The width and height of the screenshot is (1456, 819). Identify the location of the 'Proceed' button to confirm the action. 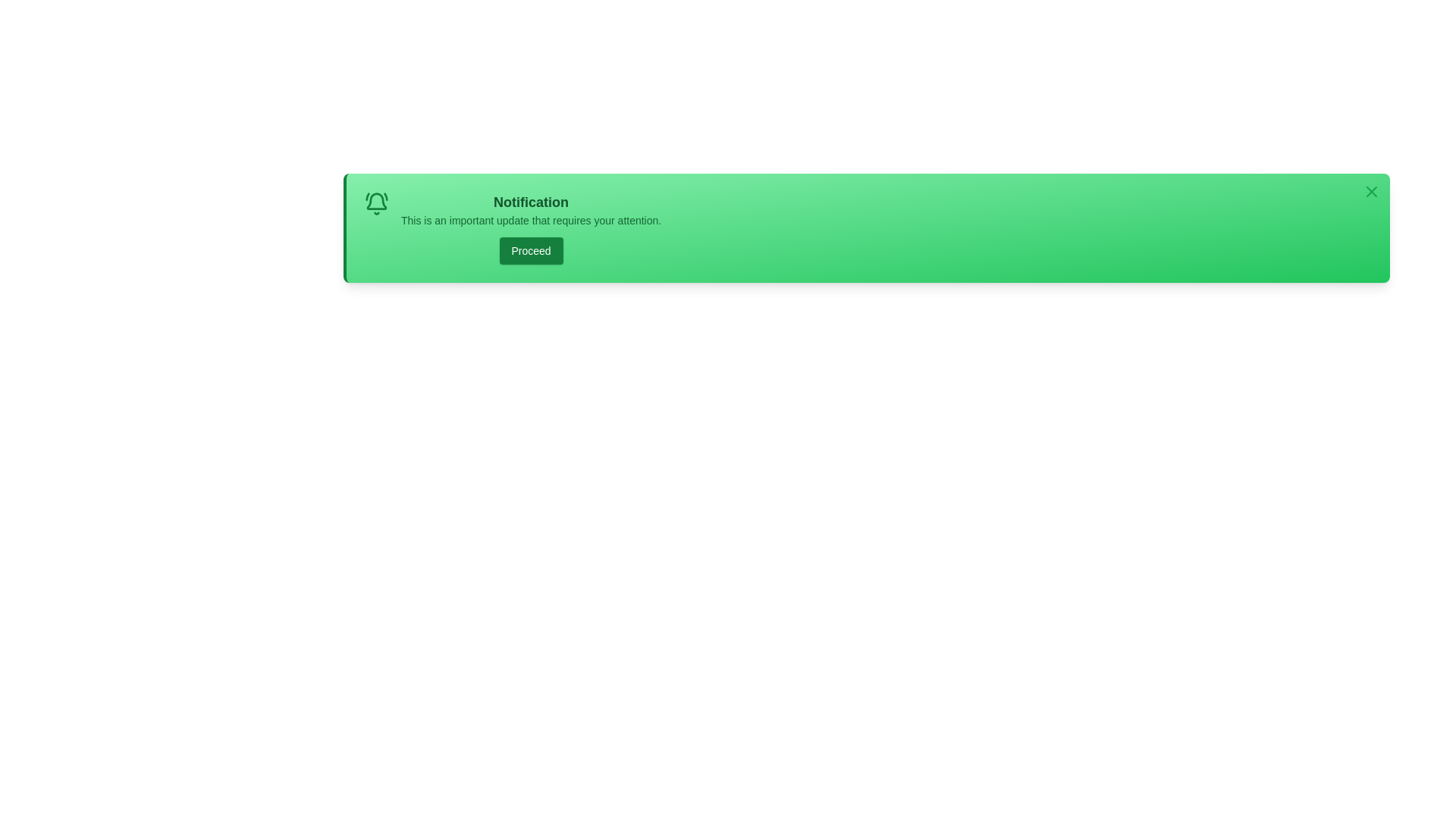
(531, 250).